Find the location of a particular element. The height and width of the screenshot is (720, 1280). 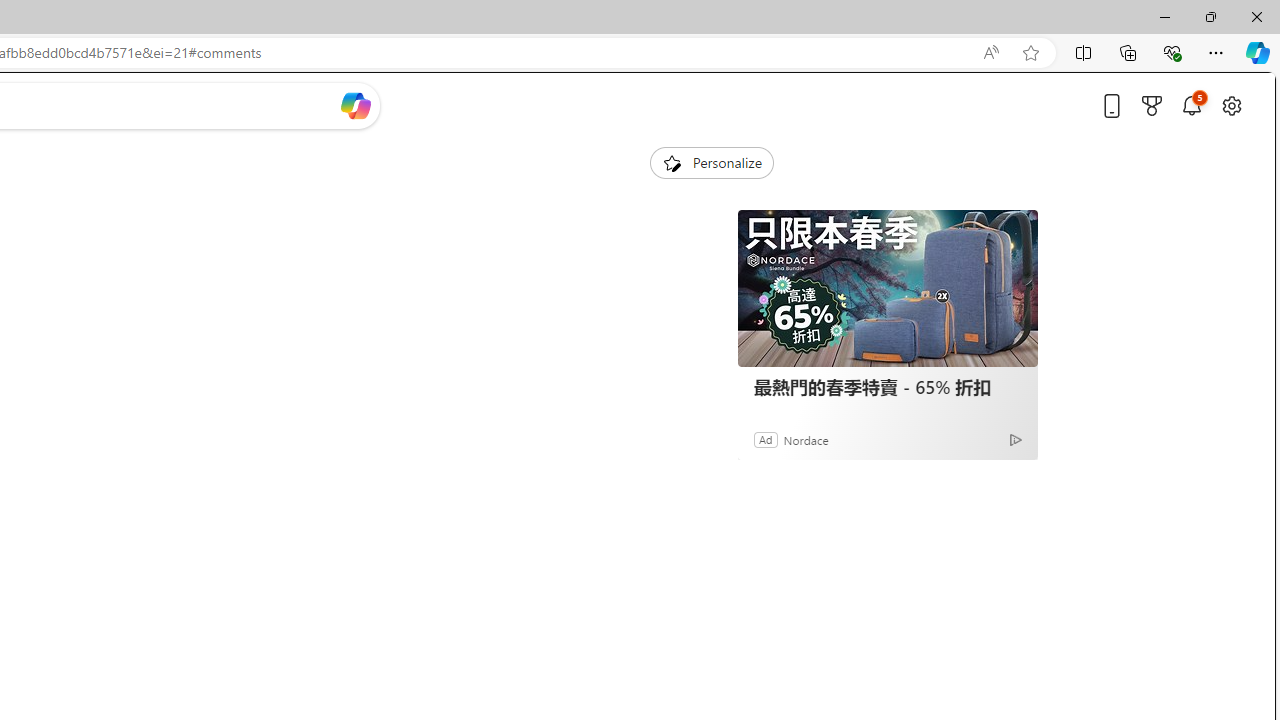

'To get missing image descriptions, open the context menu.' is located at coordinates (671, 161).